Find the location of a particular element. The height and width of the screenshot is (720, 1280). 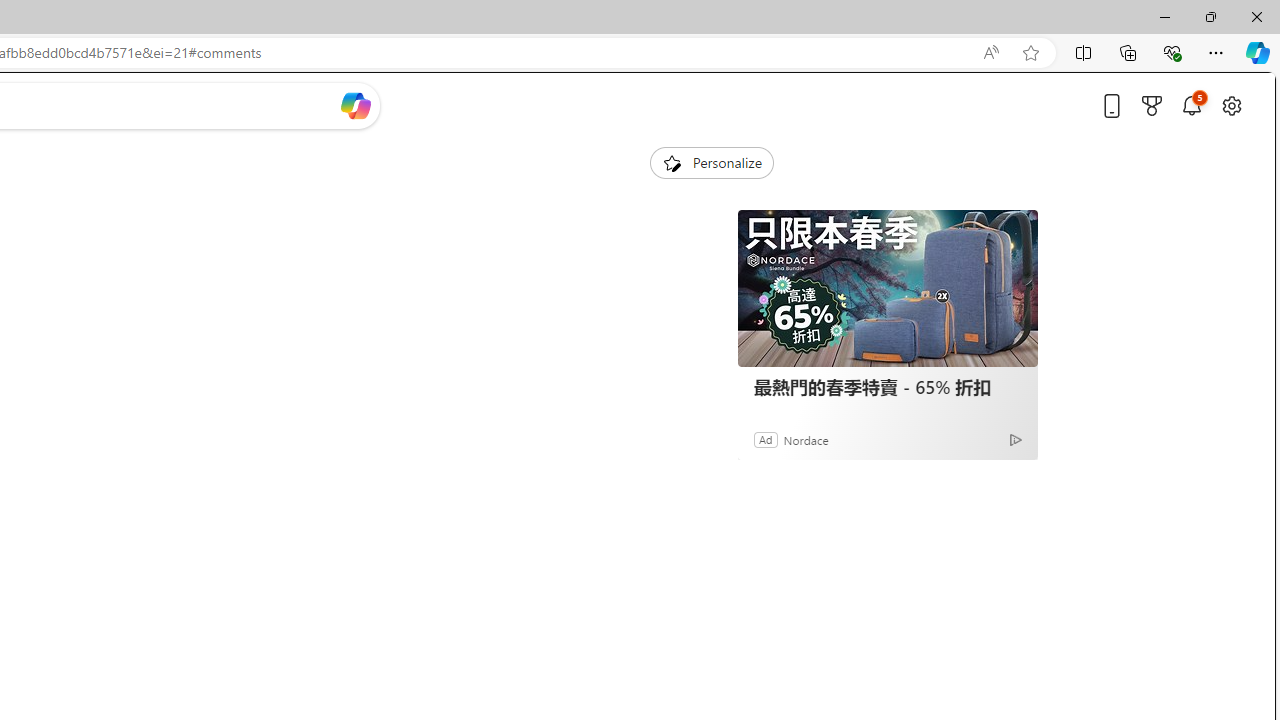

'To get missing image descriptions, open the context menu.' is located at coordinates (671, 161).